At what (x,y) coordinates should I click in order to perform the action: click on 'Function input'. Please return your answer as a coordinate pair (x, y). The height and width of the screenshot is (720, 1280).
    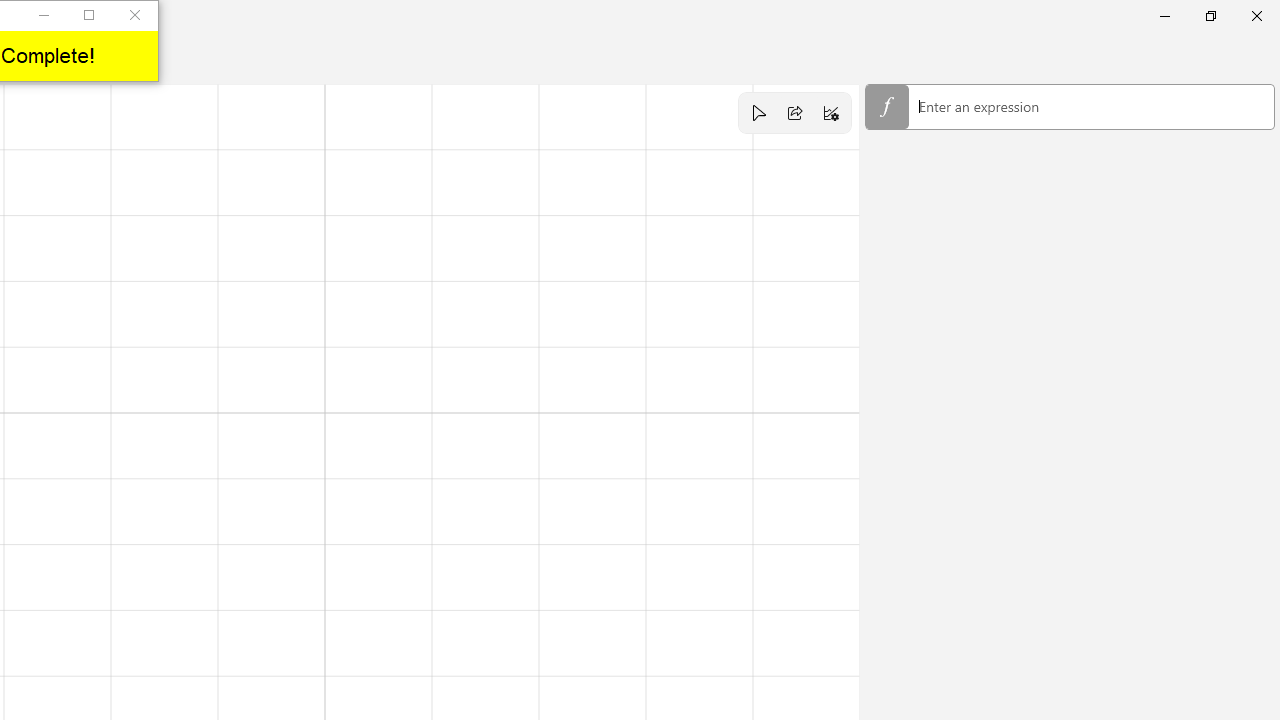
    Looking at the image, I should click on (1069, 108).